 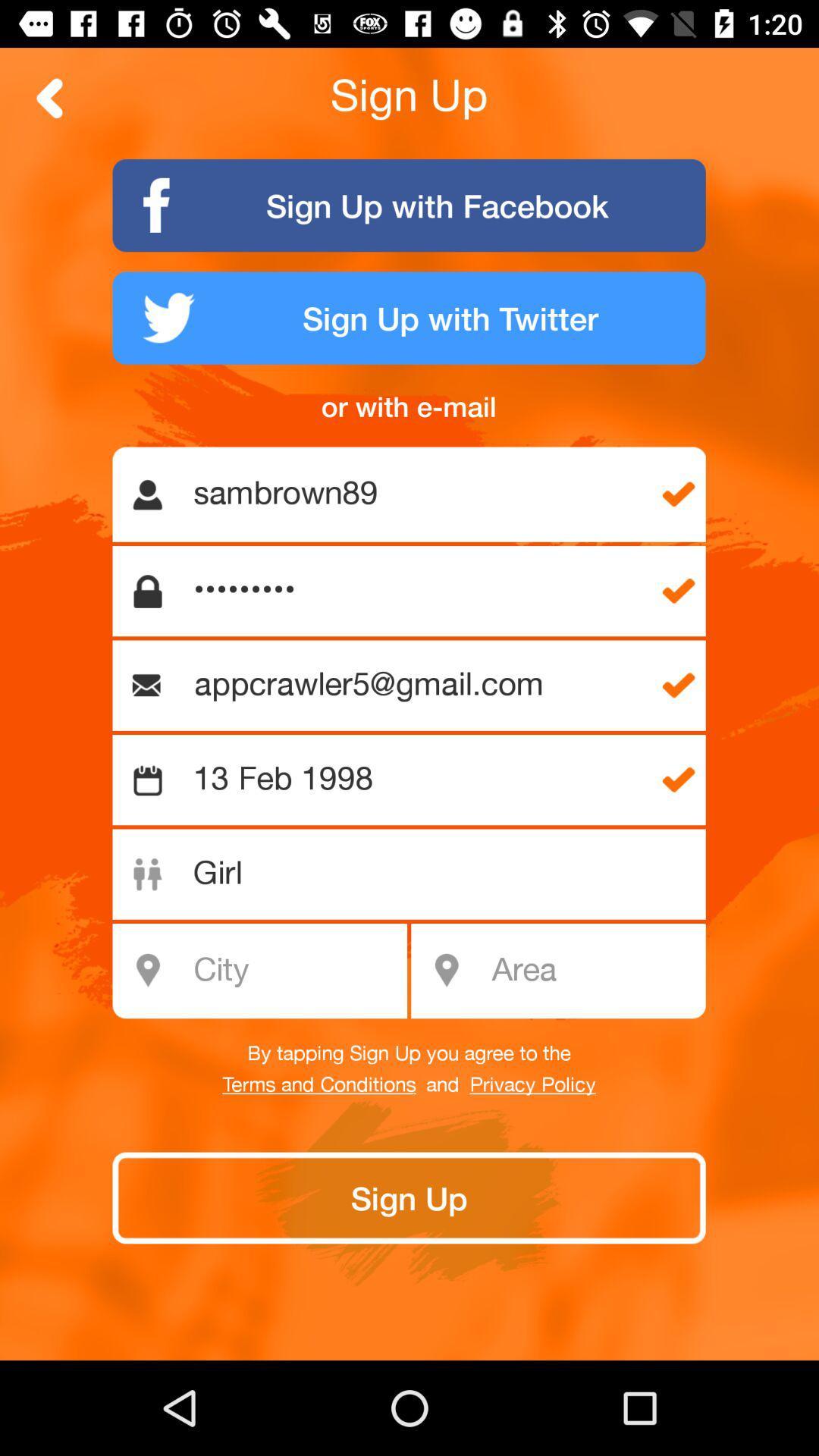 I want to click on the item next to the and icon, so click(x=318, y=1084).